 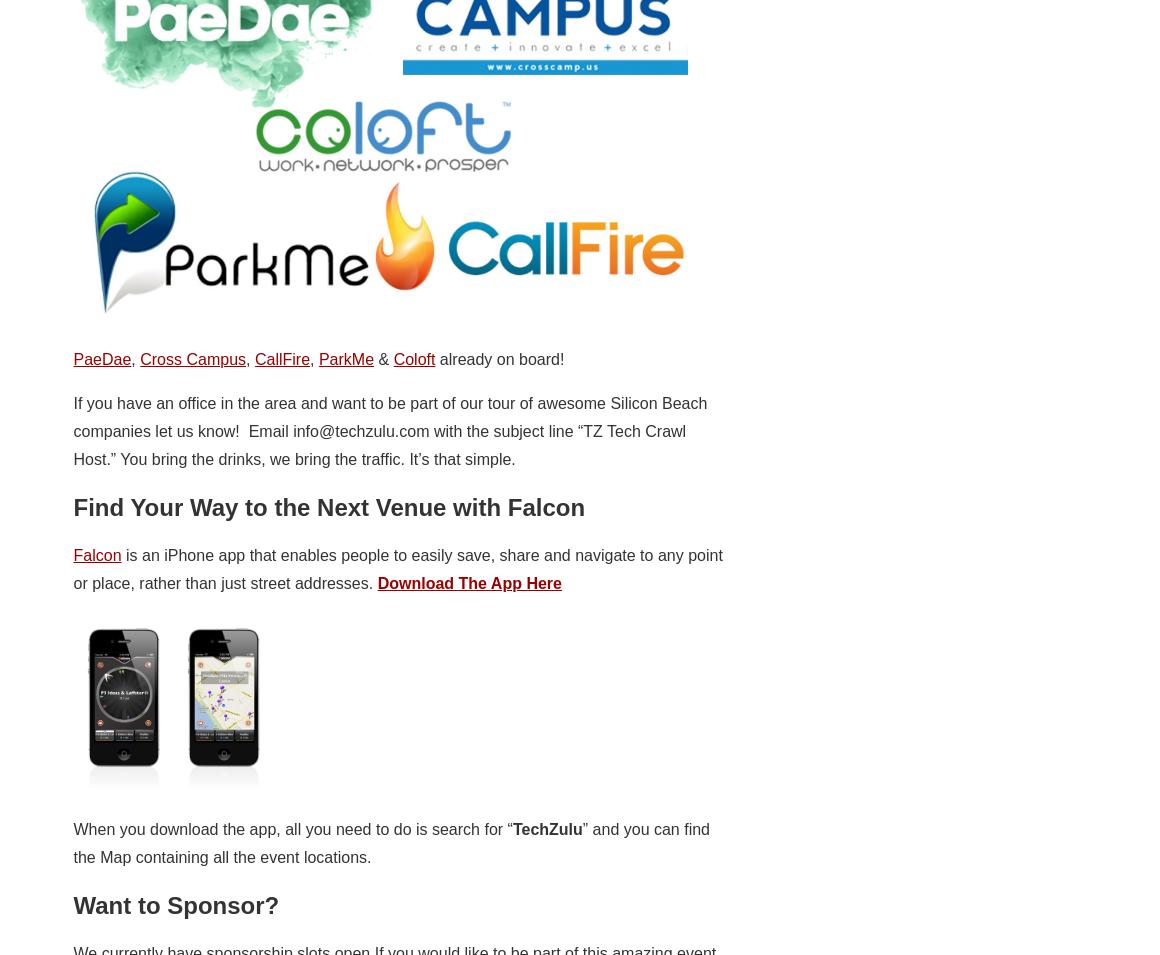 What do you see at coordinates (327, 506) in the screenshot?
I see `'Find Your Way to the Next Venue with Falcon'` at bounding box center [327, 506].